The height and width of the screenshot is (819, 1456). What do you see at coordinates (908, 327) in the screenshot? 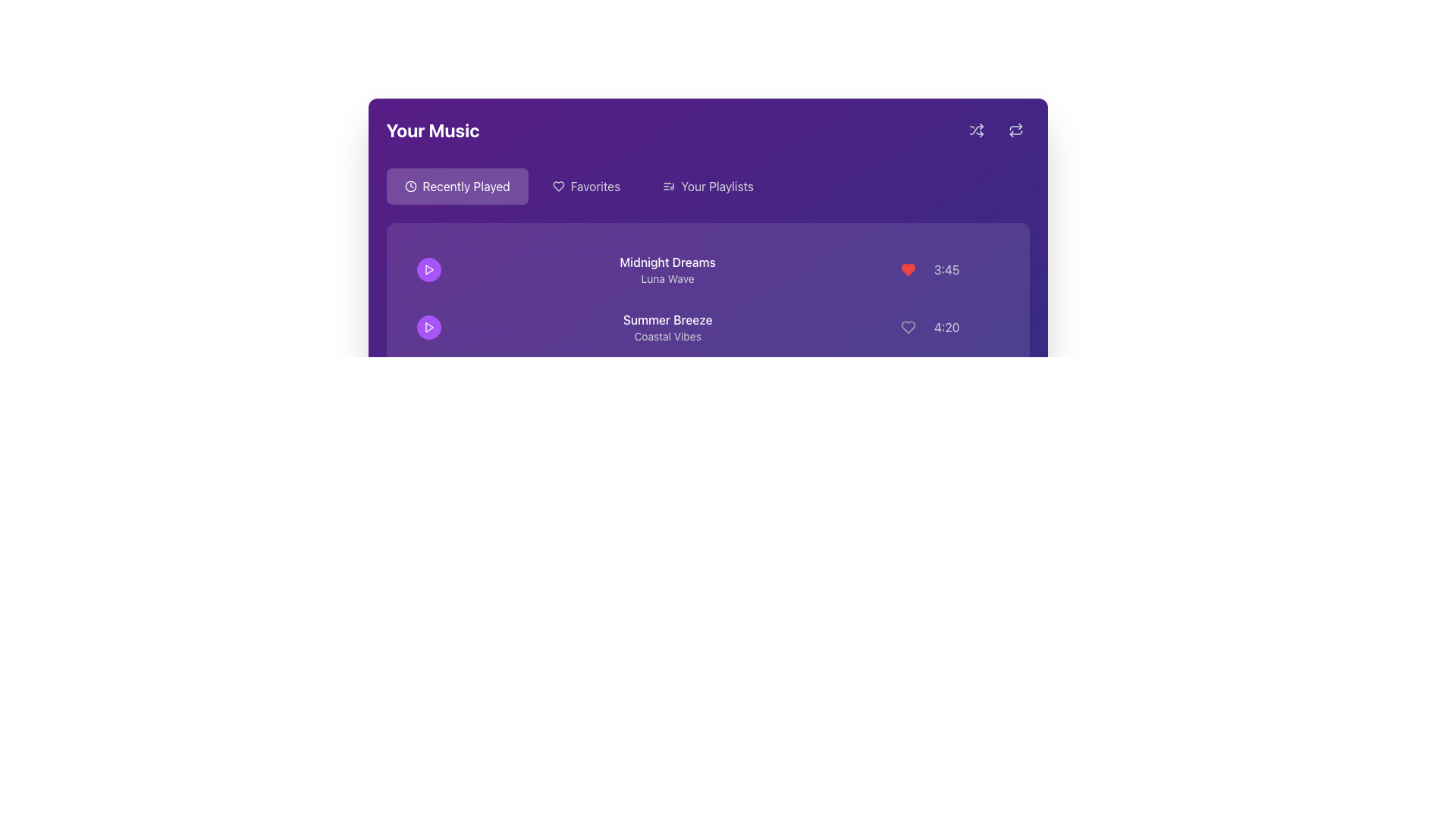
I see `the 'favorite' icon located to the right of the text 'Midnight Dreams'` at bounding box center [908, 327].